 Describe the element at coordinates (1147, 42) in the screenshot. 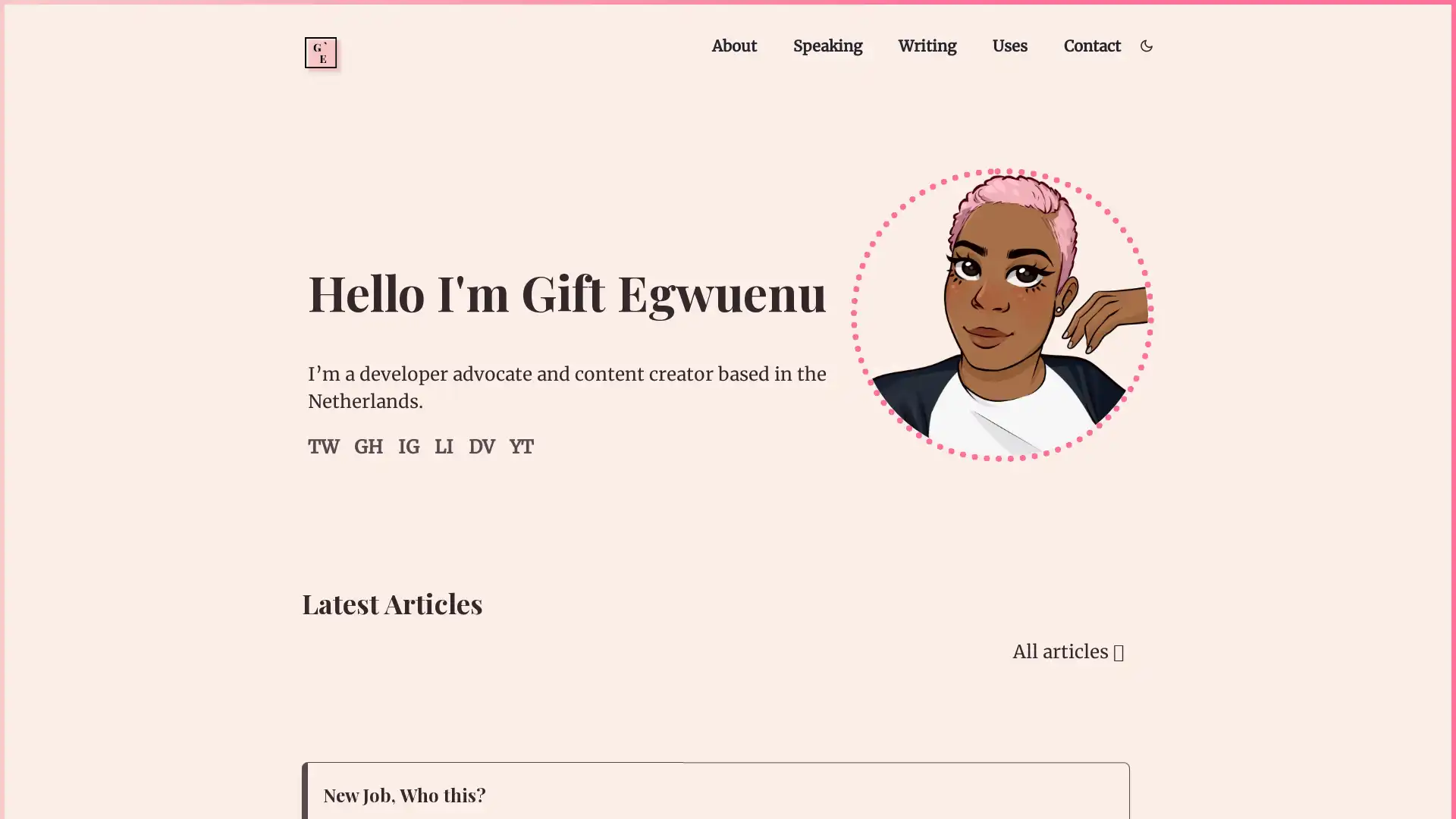

I see `Toggle dark/light` at that location.